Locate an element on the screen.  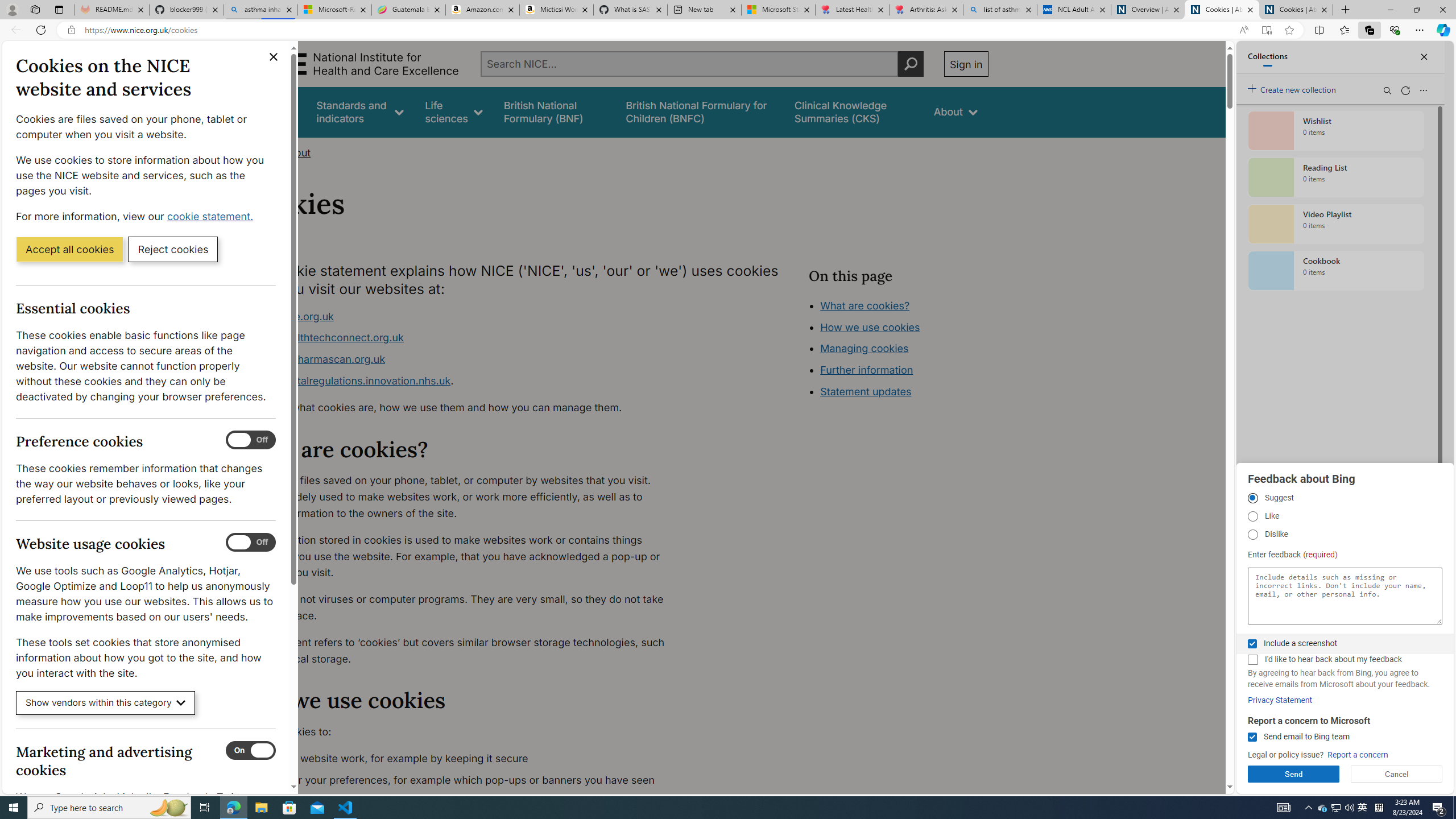
'Arthritis: Ask Health Professionals' is located at coordinates (925, 9).